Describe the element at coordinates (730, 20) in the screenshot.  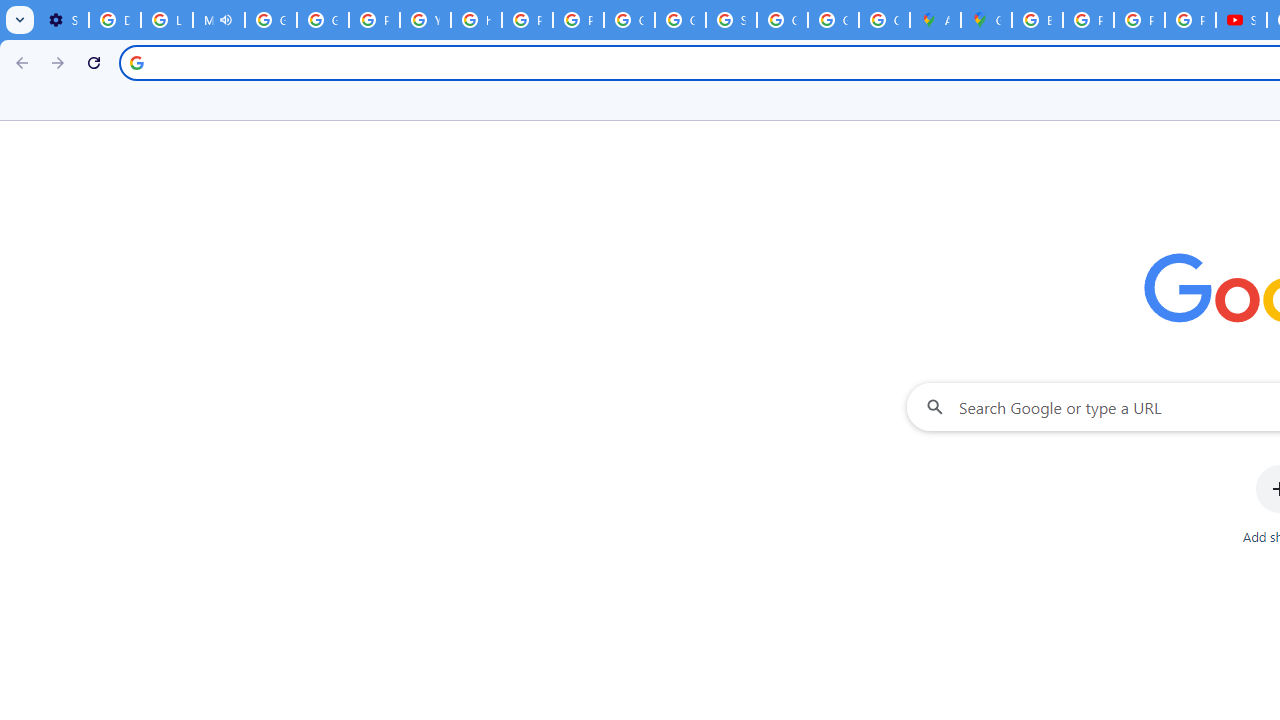
I see `'Sign in - Google Accounts'` at that location.